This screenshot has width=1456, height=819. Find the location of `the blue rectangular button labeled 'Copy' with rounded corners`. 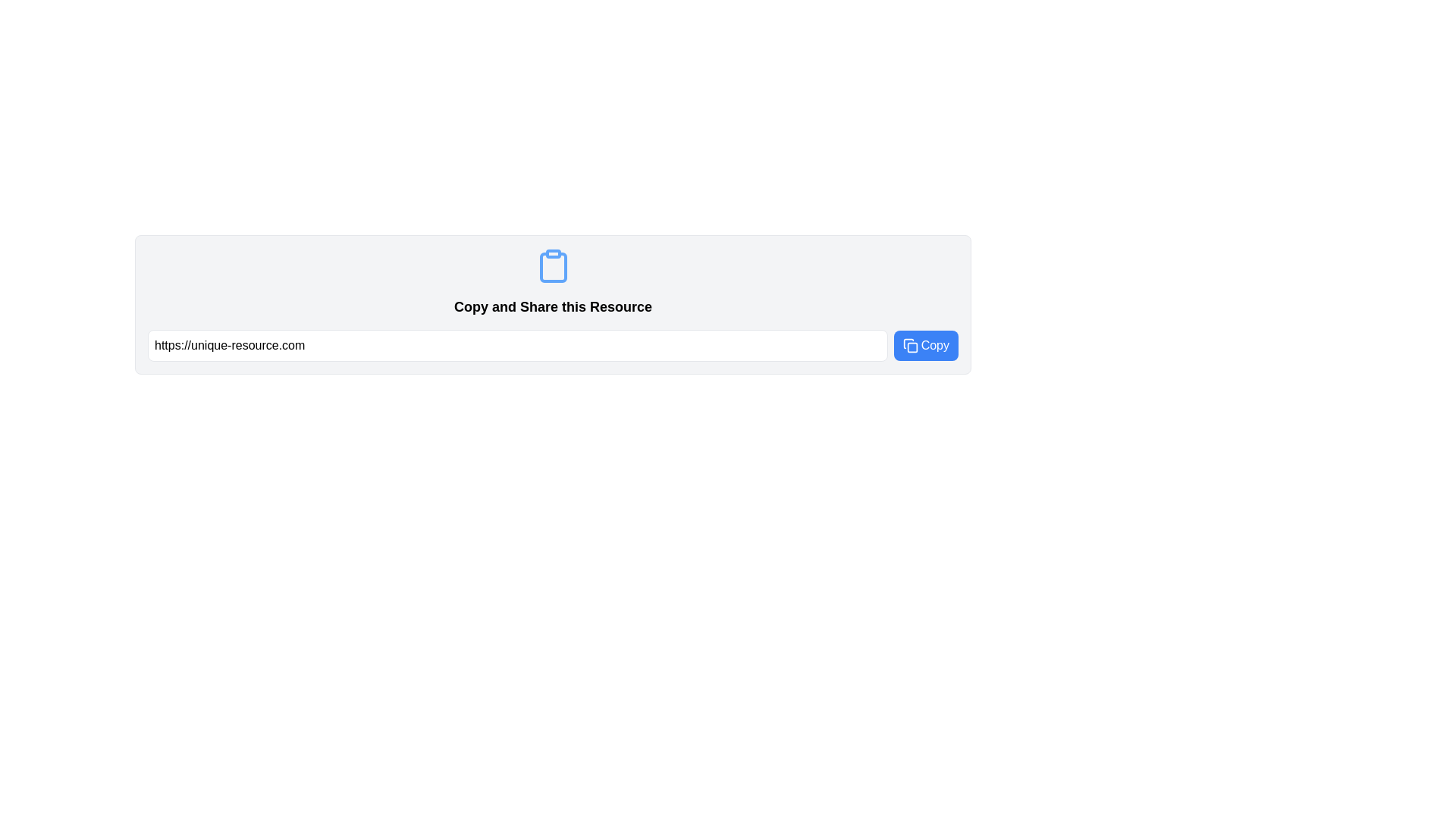

the blue rectangular button labeled 'Copy' with rounded corners is located at coordinates (925, 345).